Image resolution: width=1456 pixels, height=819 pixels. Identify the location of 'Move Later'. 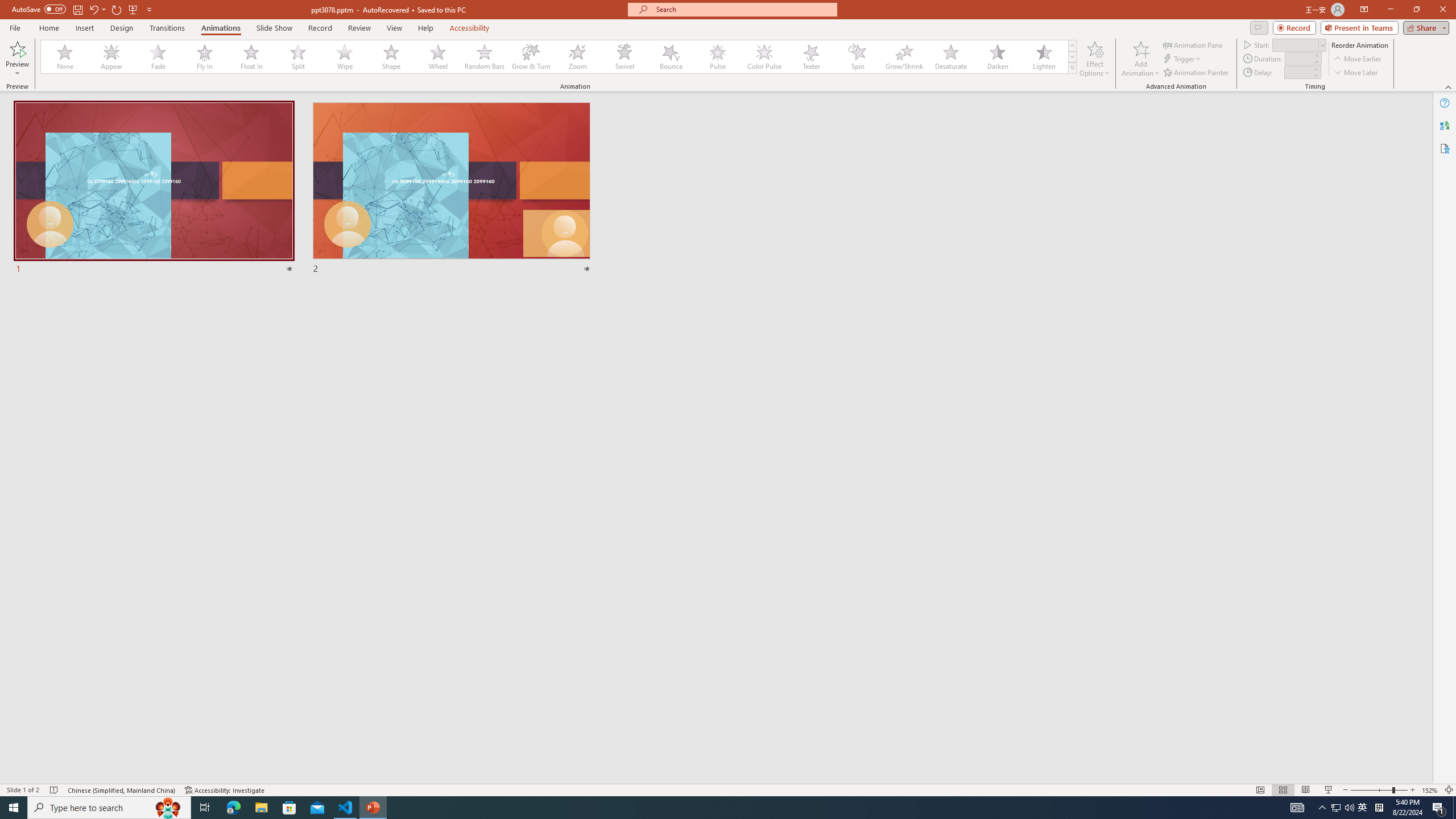
(1356, 72).